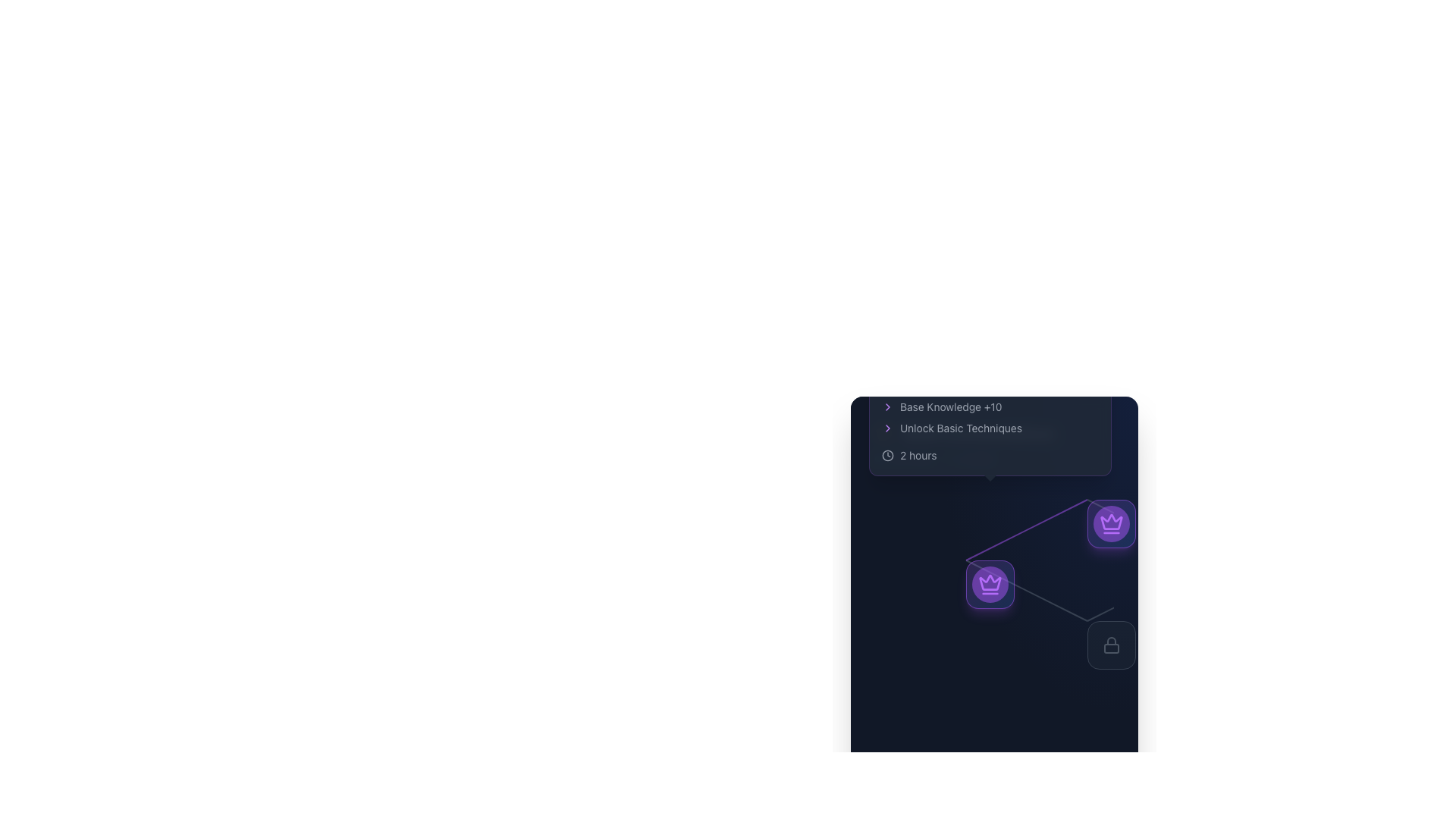  What do you see at coordinates (990, 482) in the screenshot?
I see `the small triangular marker (UI Arrow Pointer) located directly beneath the popup box labeled 'Base Knowledge +10 Unlock Basic Techniques', positioned at the bottom middle of the box` at bounding box center [990, 482].